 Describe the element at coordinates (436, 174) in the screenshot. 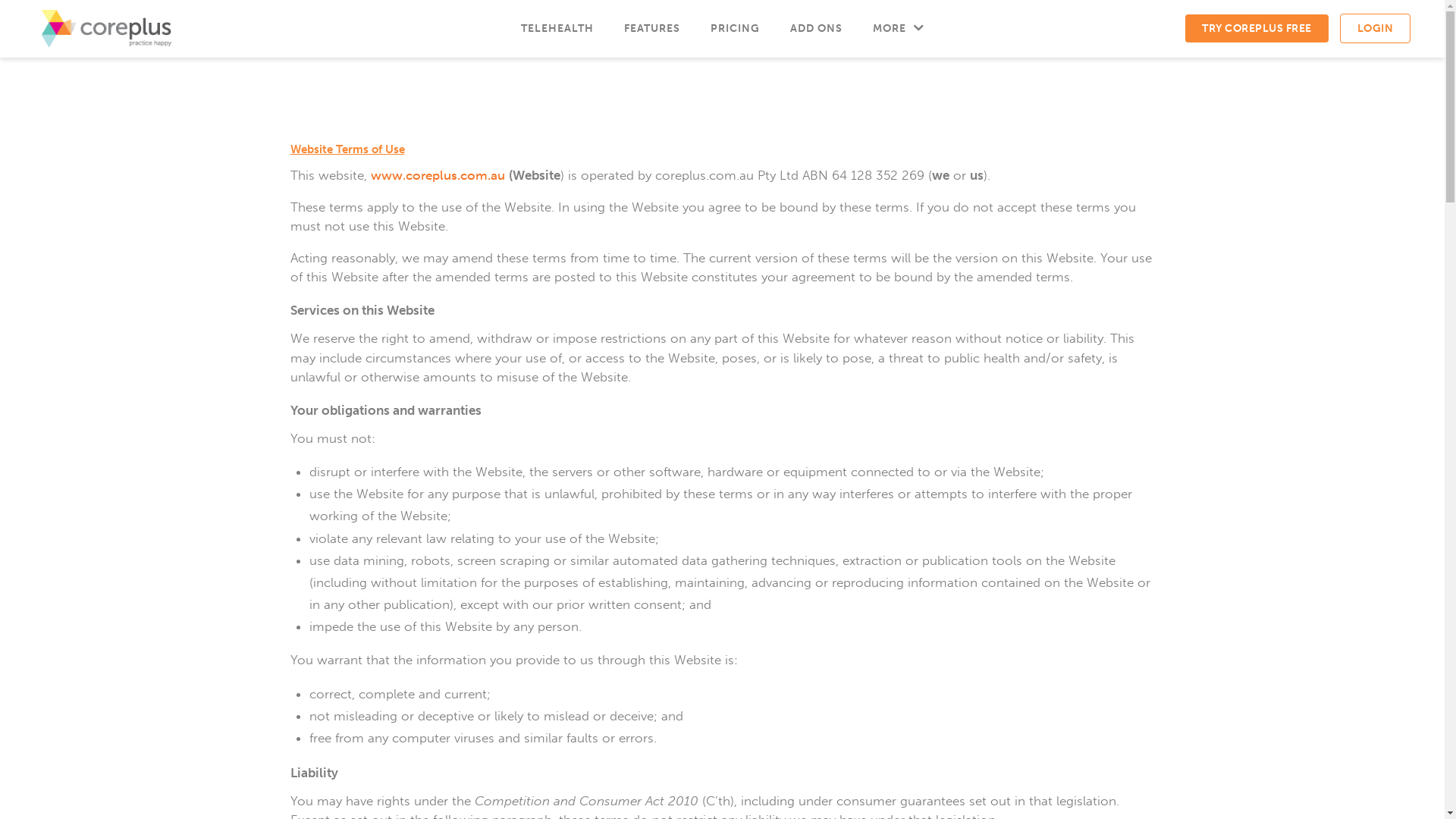

I see `'www.coreplus.com.au'` at that location.